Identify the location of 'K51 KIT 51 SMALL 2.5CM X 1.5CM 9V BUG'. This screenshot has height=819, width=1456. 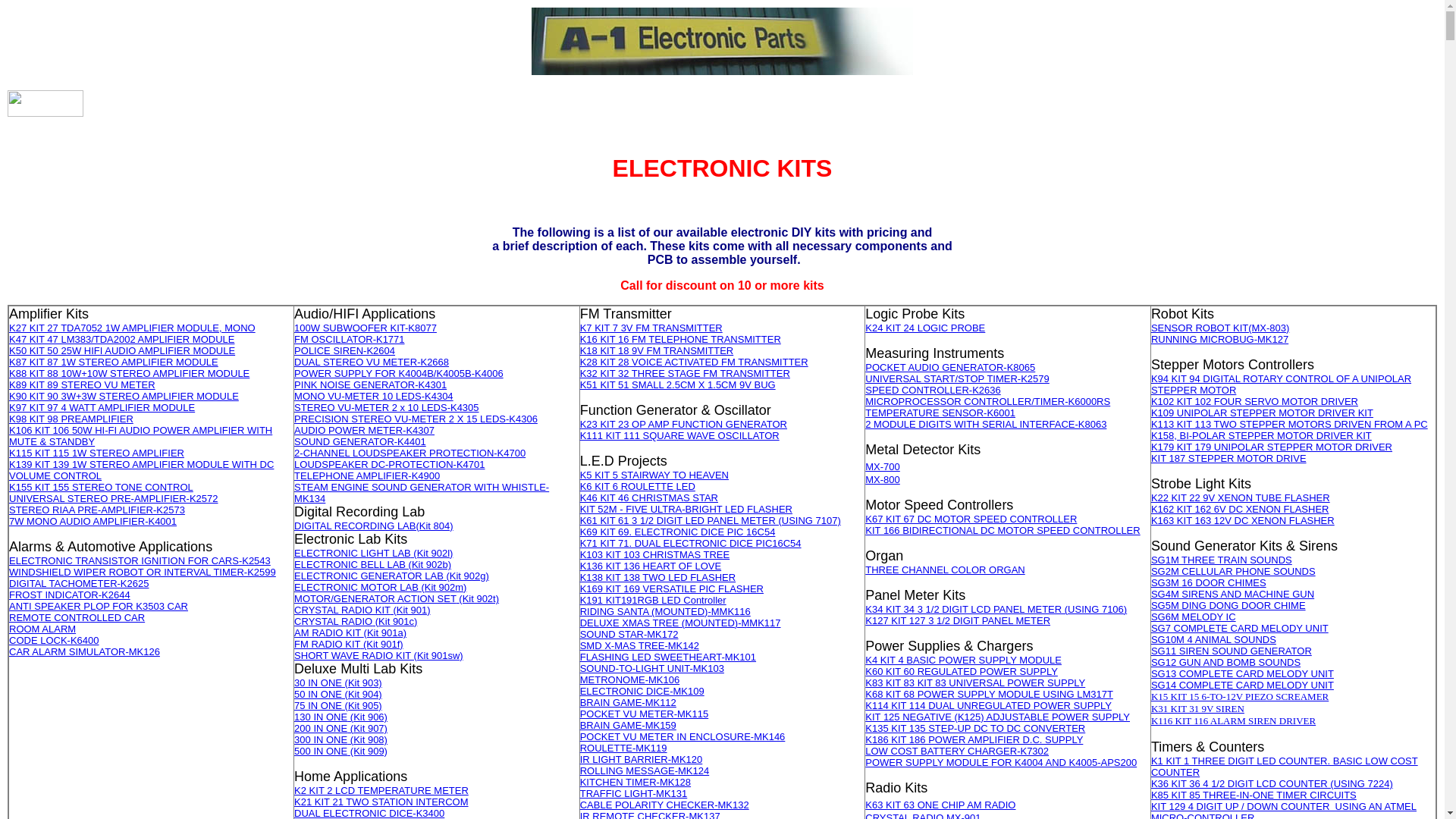
(579, 384).